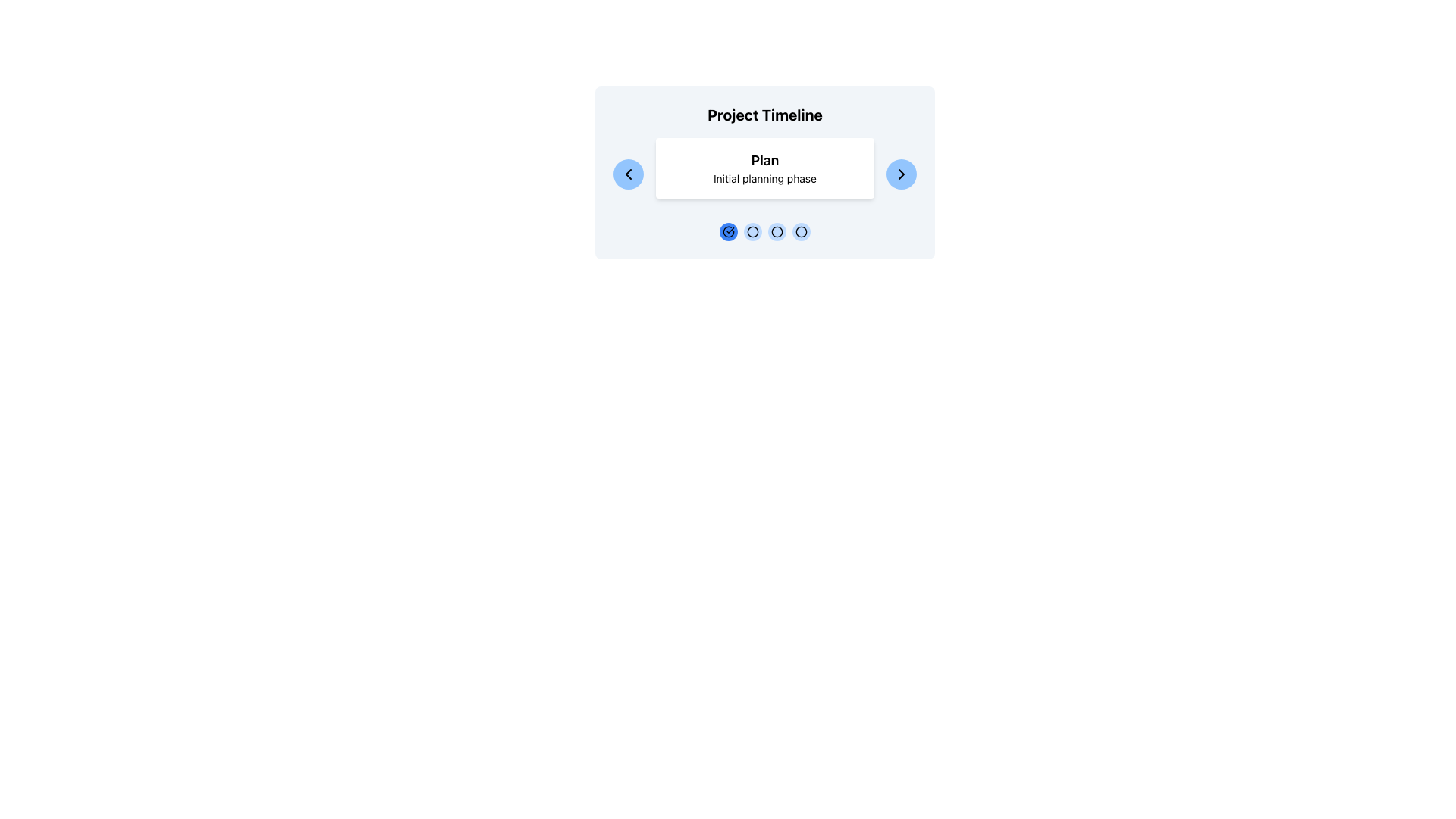  Describe the element at coordinates (777, 231) in the screenshot. I see `the small circular button with a blue background that resembles a target symbol, positioned as the third circle in a horizontal group of five at the bottom center of the interface` at that location.